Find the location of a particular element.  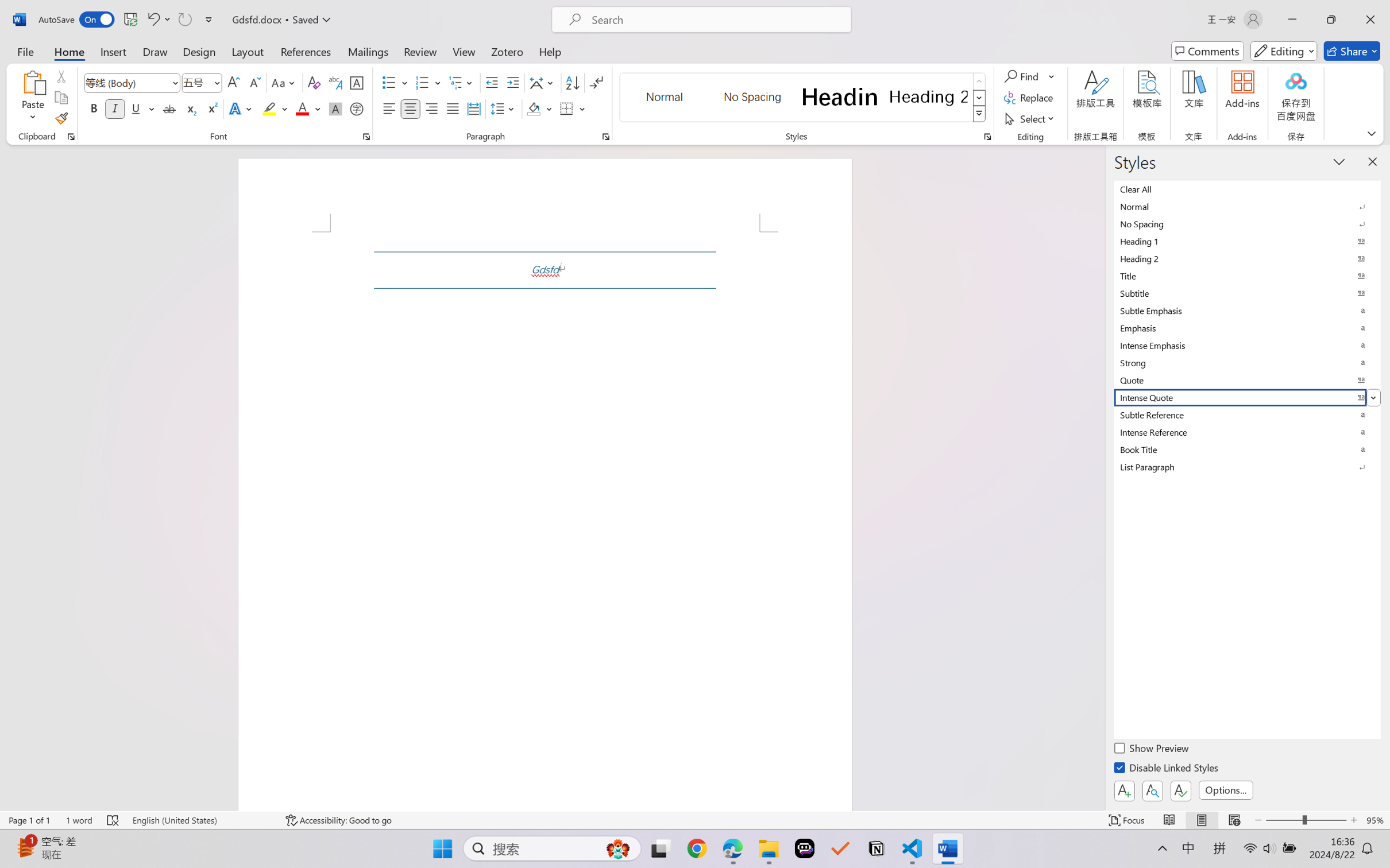

'Shading' is located at coordinates (539, 108).